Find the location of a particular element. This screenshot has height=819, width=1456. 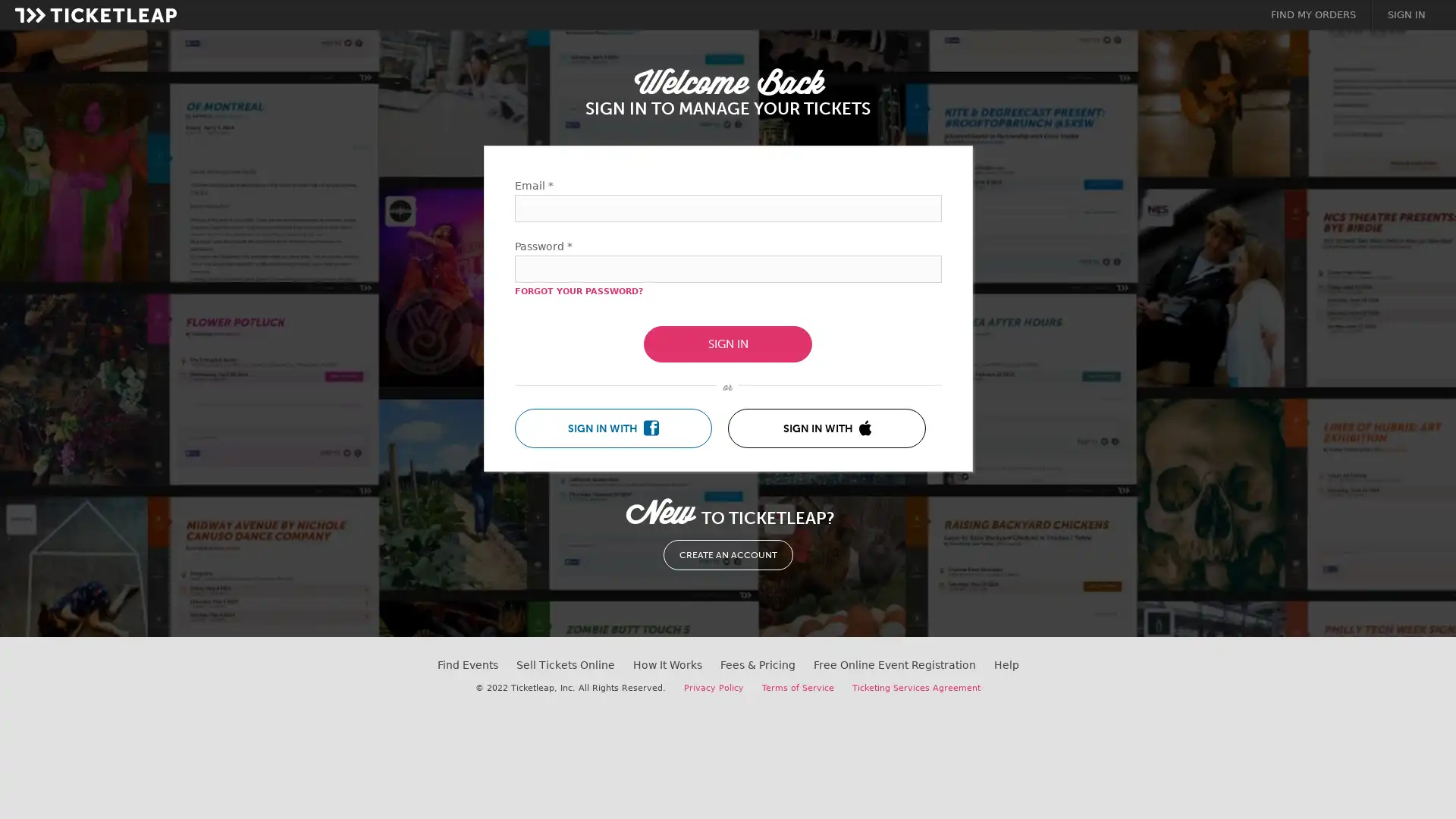

SIGN IN is located at coordinates (728, 344).